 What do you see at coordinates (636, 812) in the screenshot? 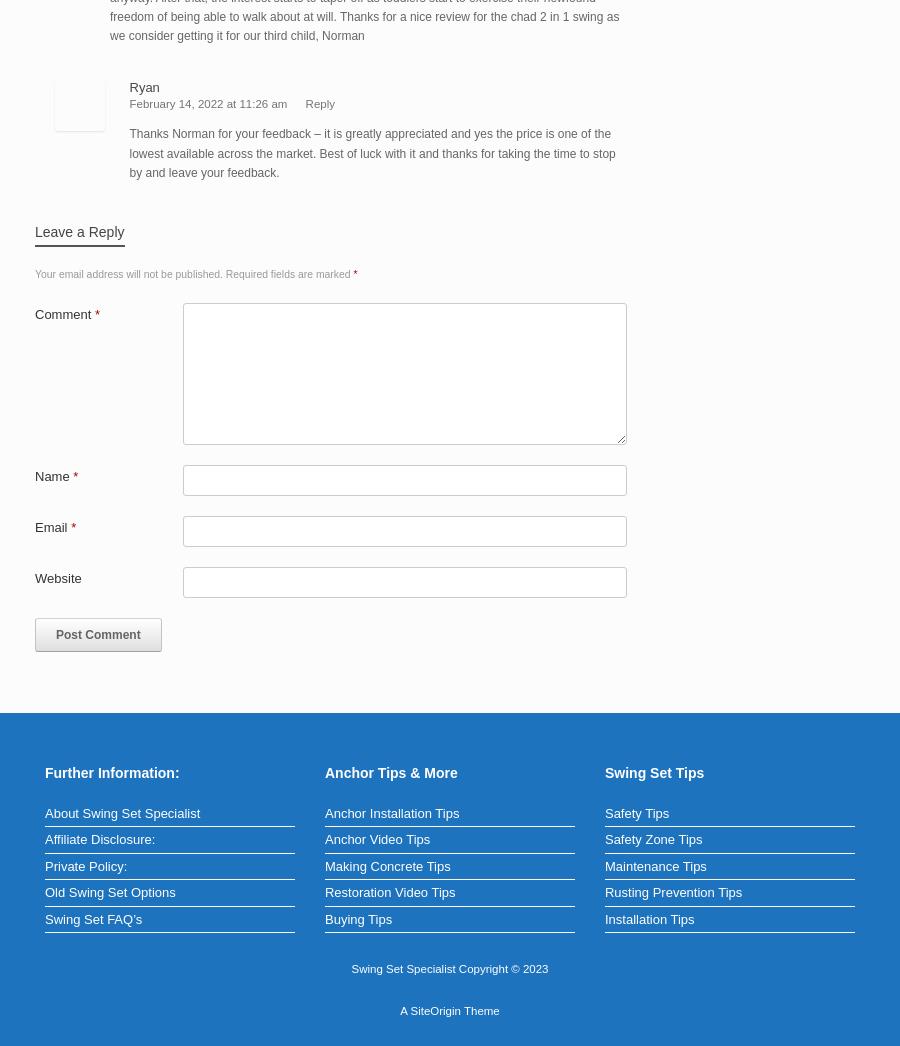
I see `'Safety Tips'` at bounding box center [636, 812].